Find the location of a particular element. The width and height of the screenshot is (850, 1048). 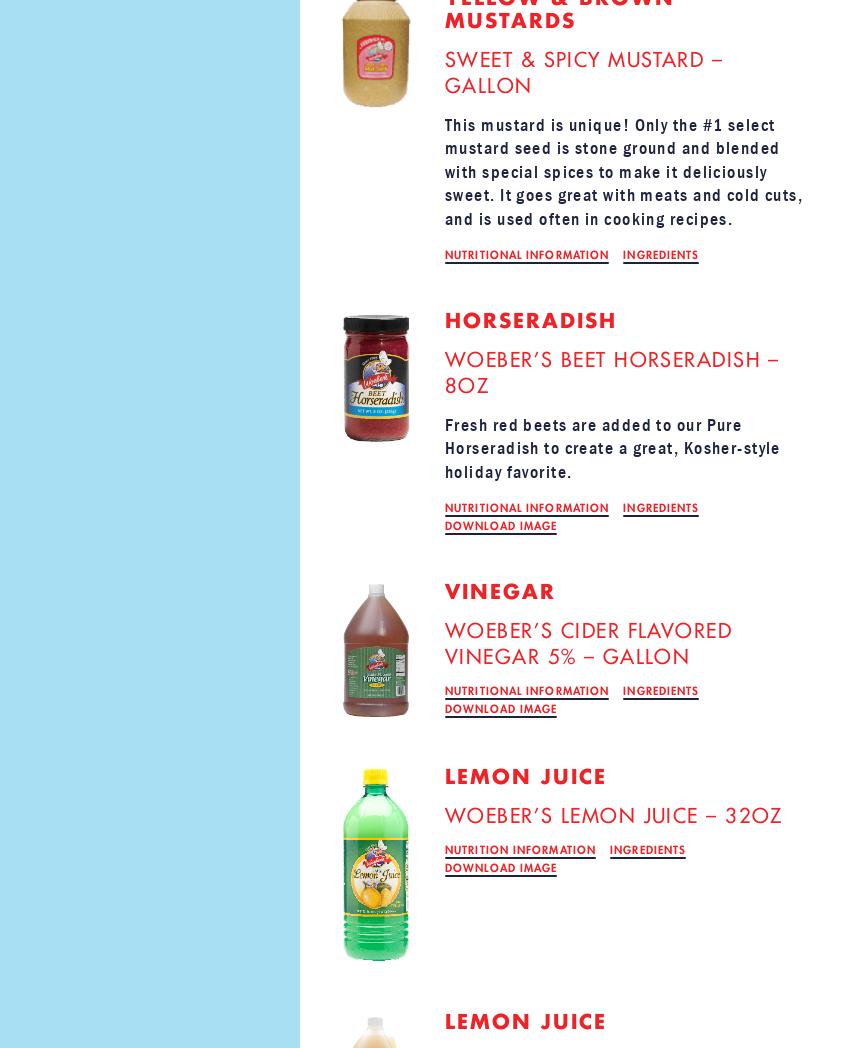

'NUTRITION INFORMATION' is located at coordinates (519, 850).